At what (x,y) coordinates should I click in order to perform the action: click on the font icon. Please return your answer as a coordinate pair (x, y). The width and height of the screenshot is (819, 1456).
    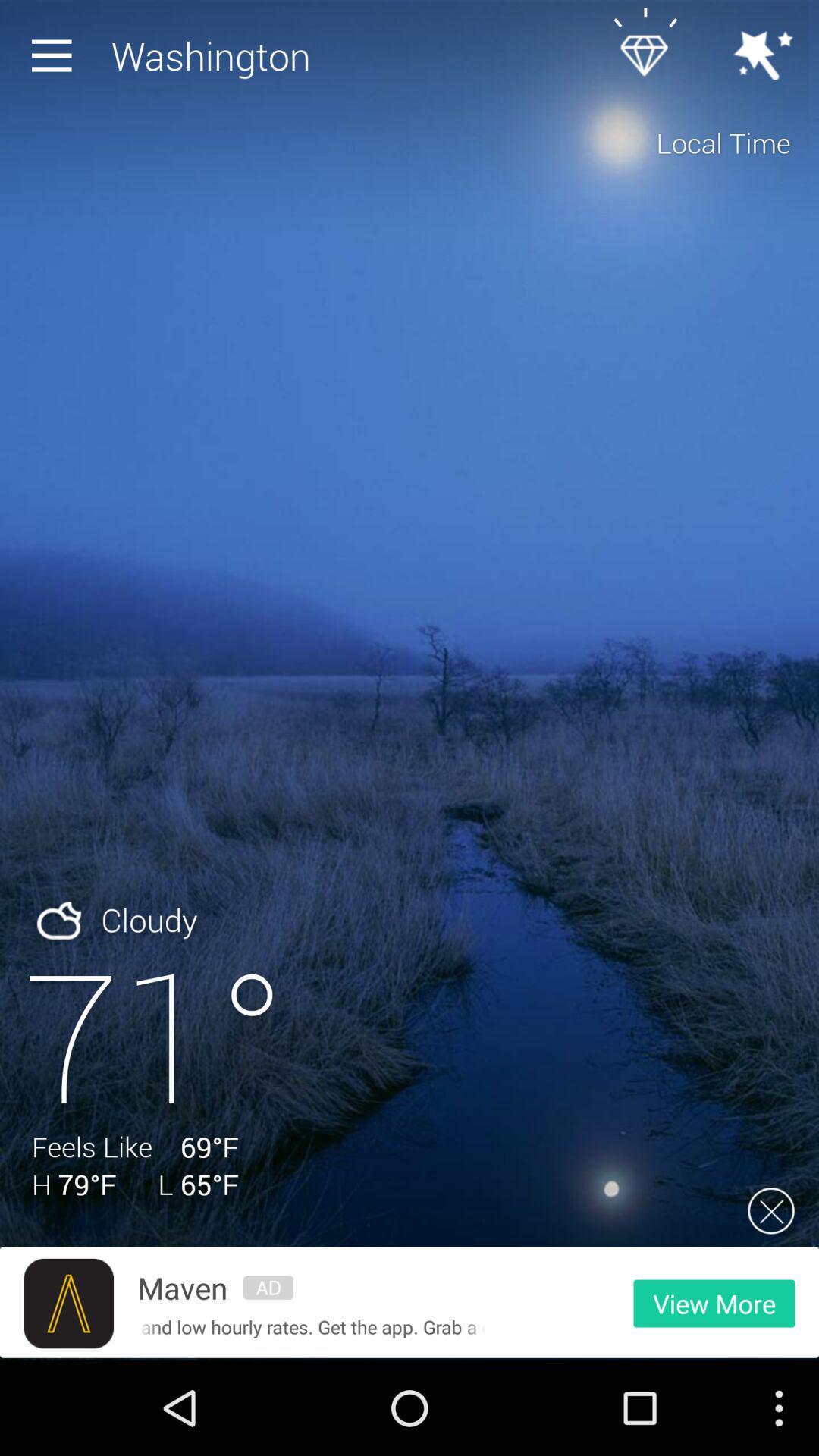
    Looking at the image, I should click on (68, 1395).